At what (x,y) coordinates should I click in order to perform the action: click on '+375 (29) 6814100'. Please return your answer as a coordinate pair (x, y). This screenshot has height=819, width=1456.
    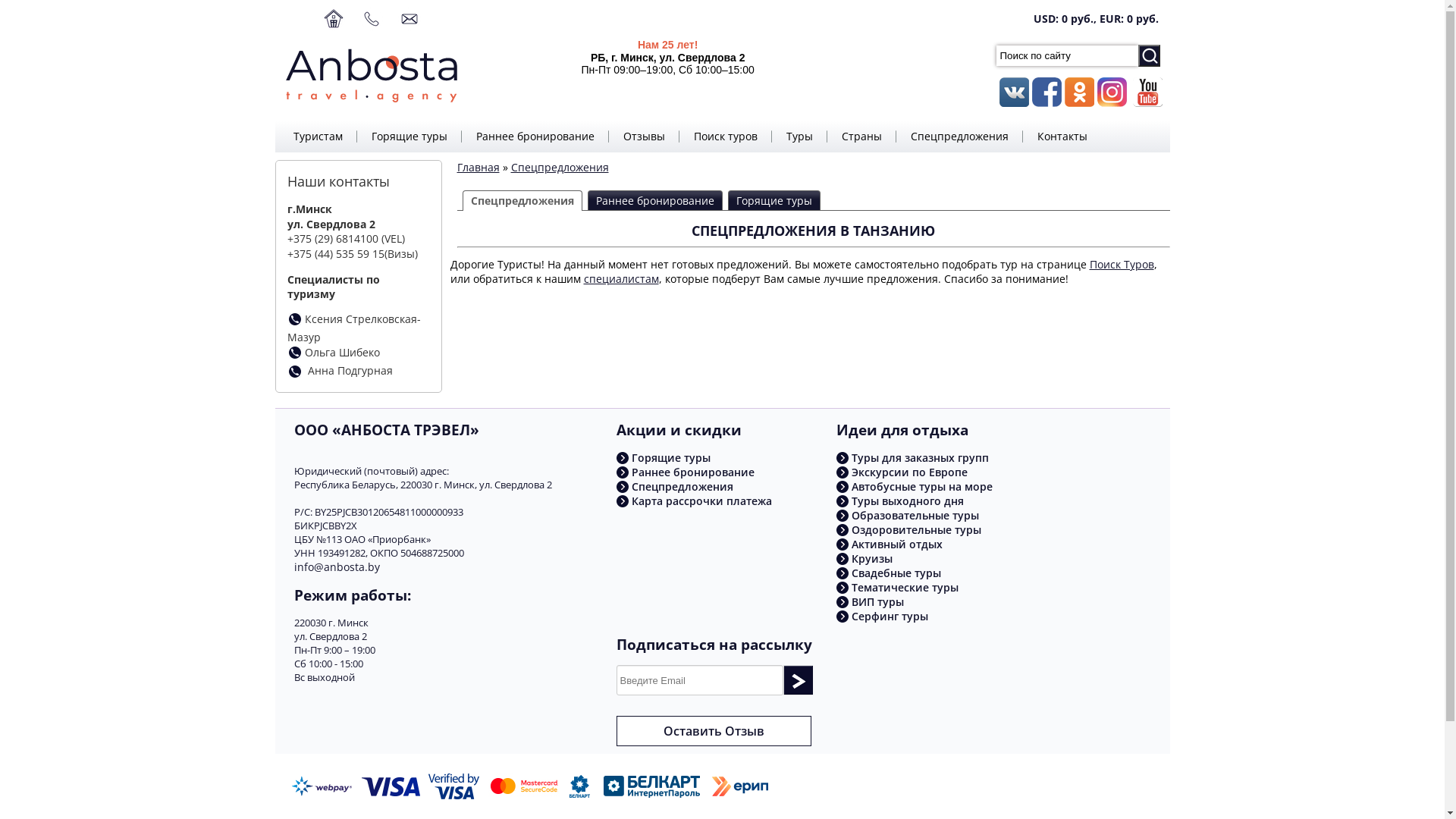
    Looking at the image, I should click on (287, 238).